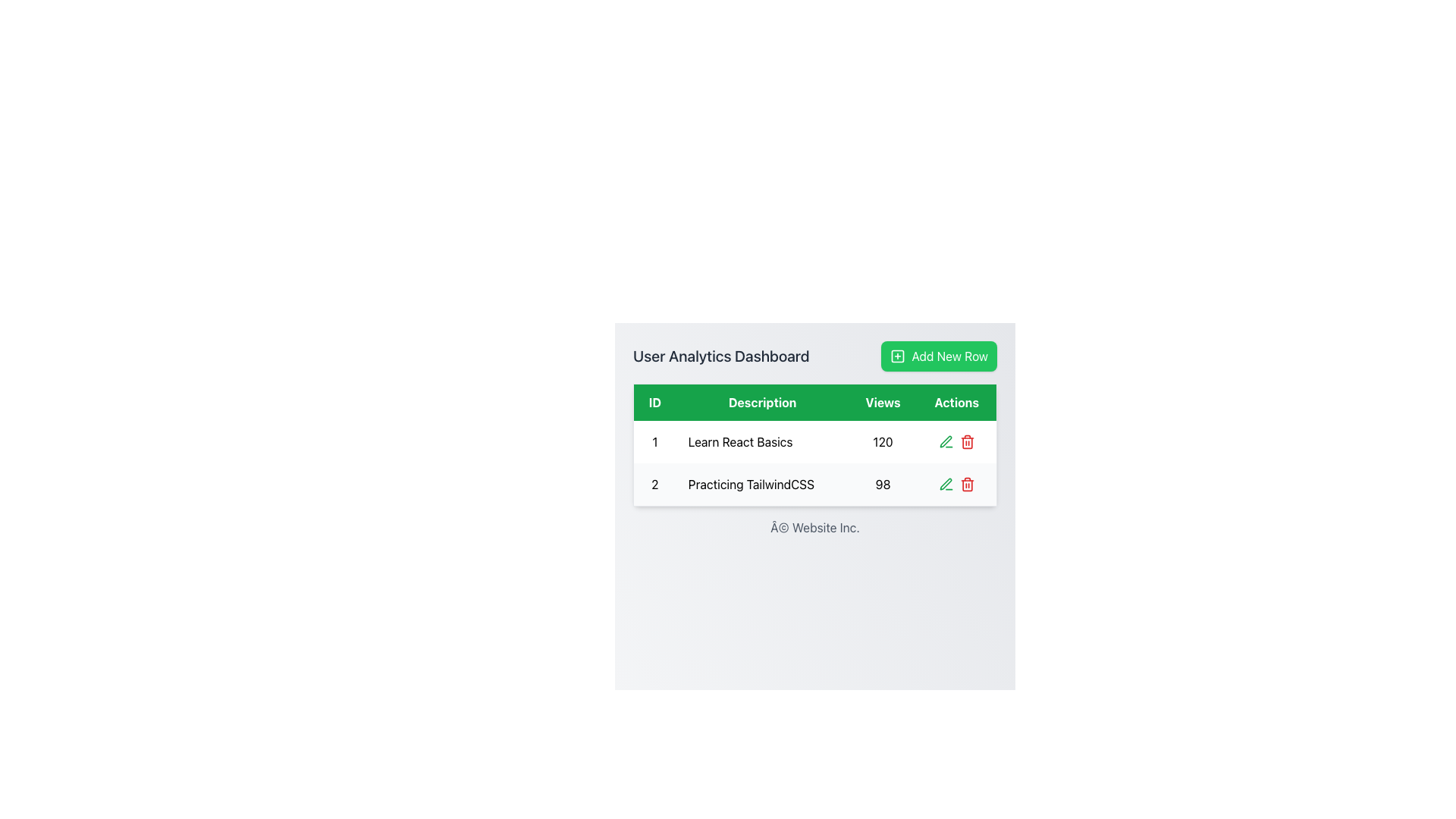 The height and width of the screenshot is (819, 1456). What do you see at coordinates (945, 441) in the screenshot?
I see `the green pencil icon in the second row of the 'Actions' column` at bounding box center [945, 441].